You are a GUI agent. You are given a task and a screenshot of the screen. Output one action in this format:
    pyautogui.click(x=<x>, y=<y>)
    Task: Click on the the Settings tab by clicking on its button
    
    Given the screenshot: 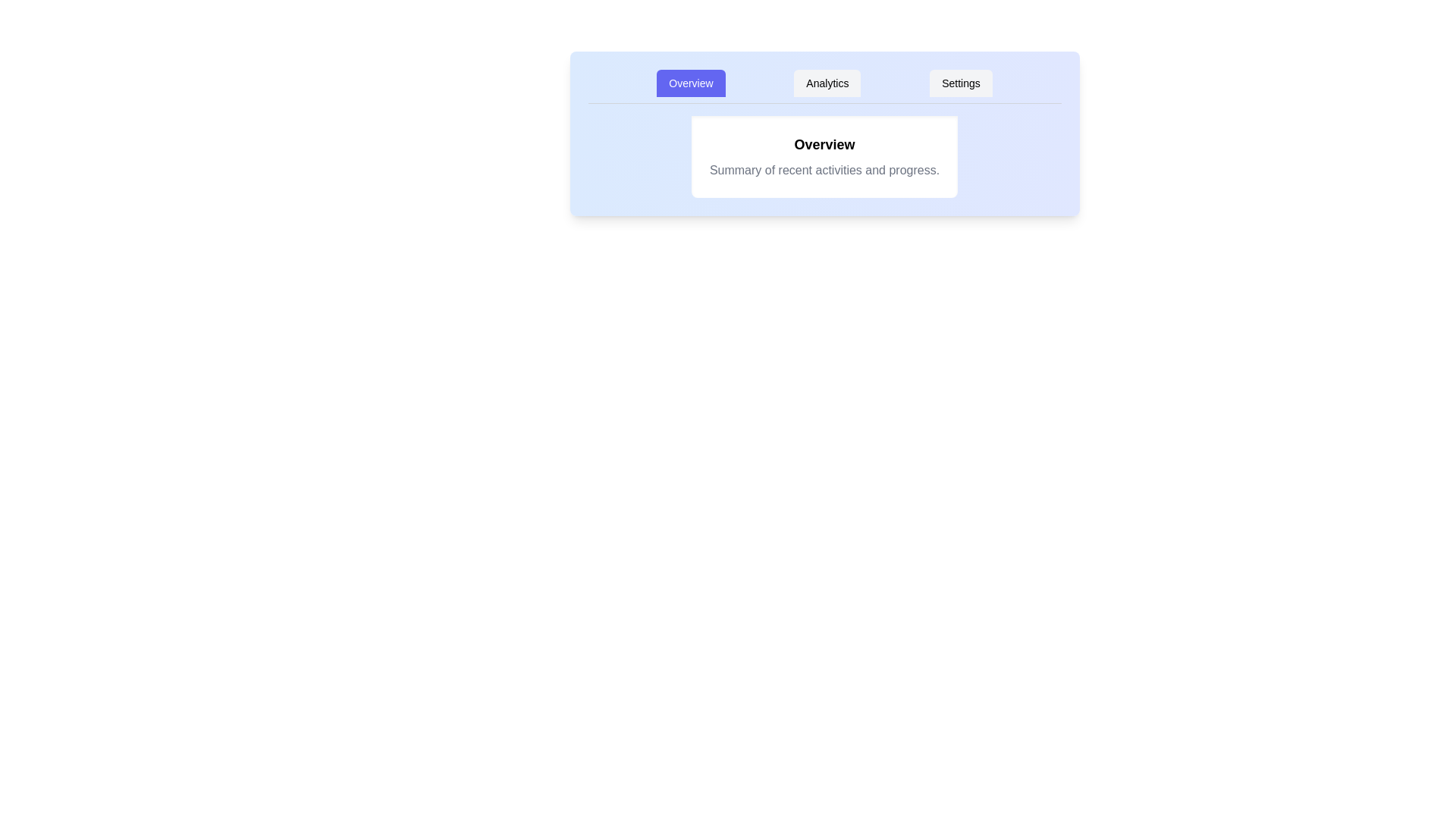 What is the action you would take?
    pyautogui.click(x=960, y=83)
    